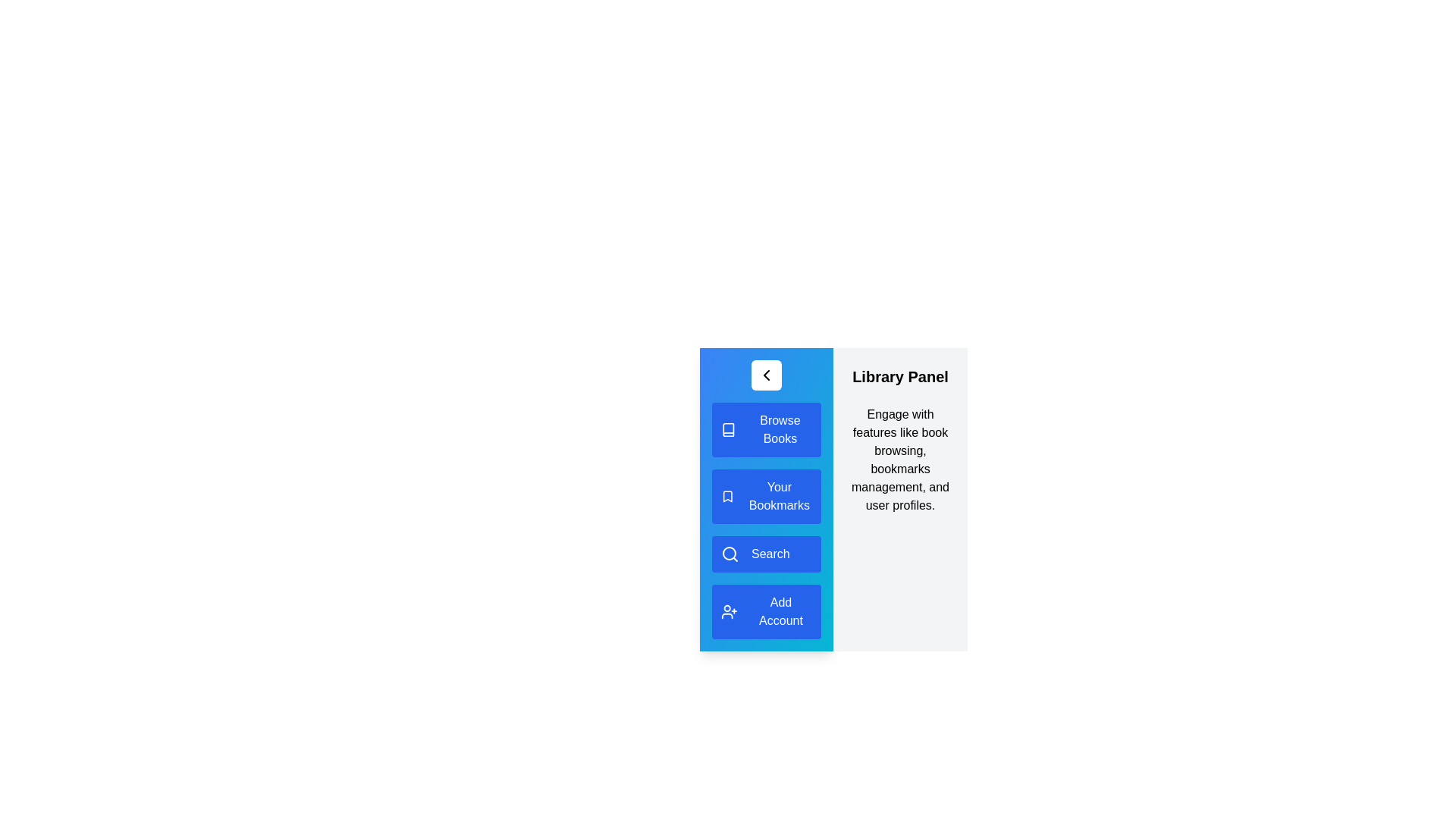 The width and height of the screenshot is (1456, 819). I want to click on the menu item Your Bookmarks from the LibraryDrawer, so click(767, 497).